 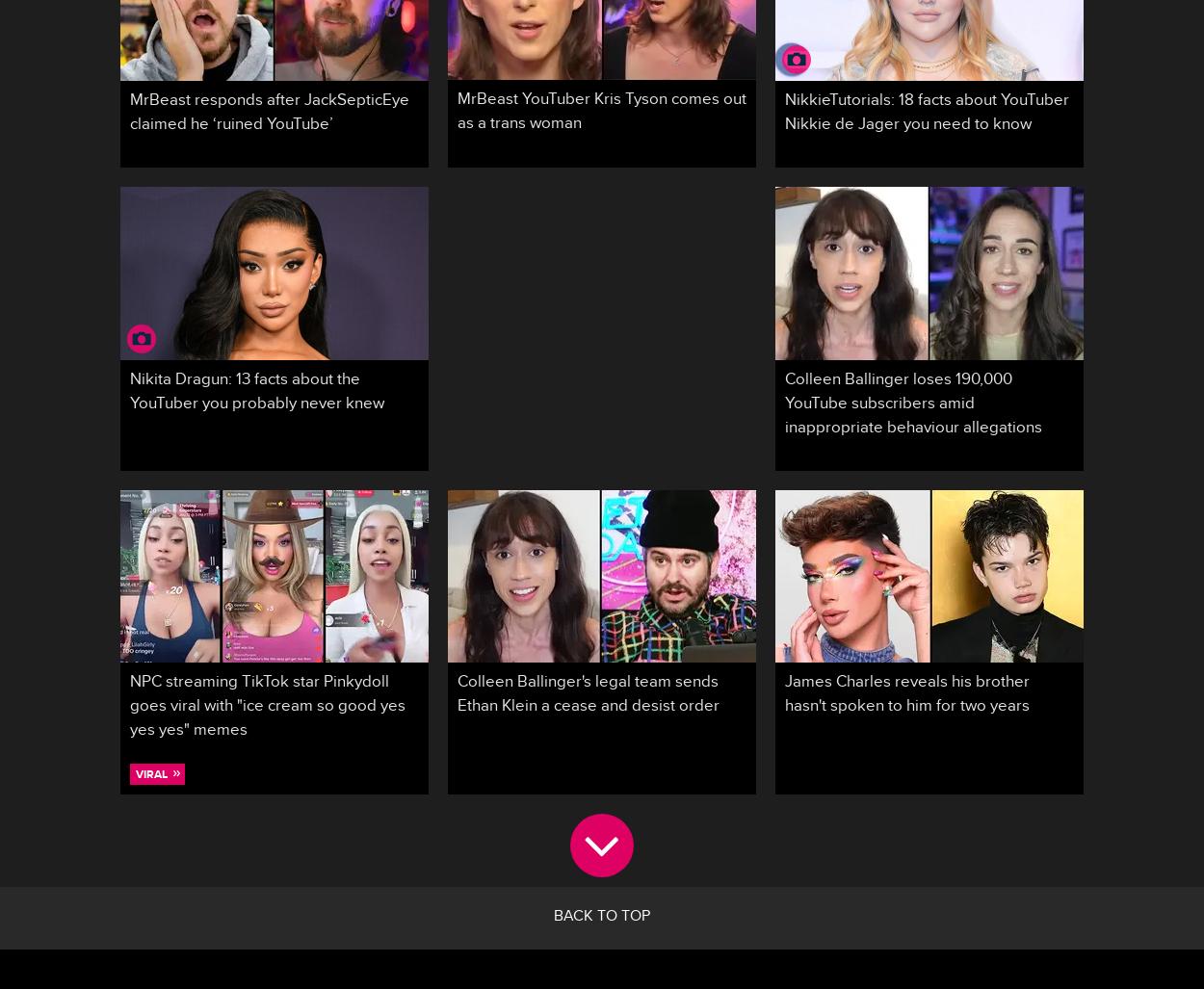 What do you see at coordinates (912, 404) in the screenshot?
I see `'Colleen Ballinger loses 190,000 YouTube subscribers amid inappropriate behaviour allegations'` at bounding box center [912, 404].